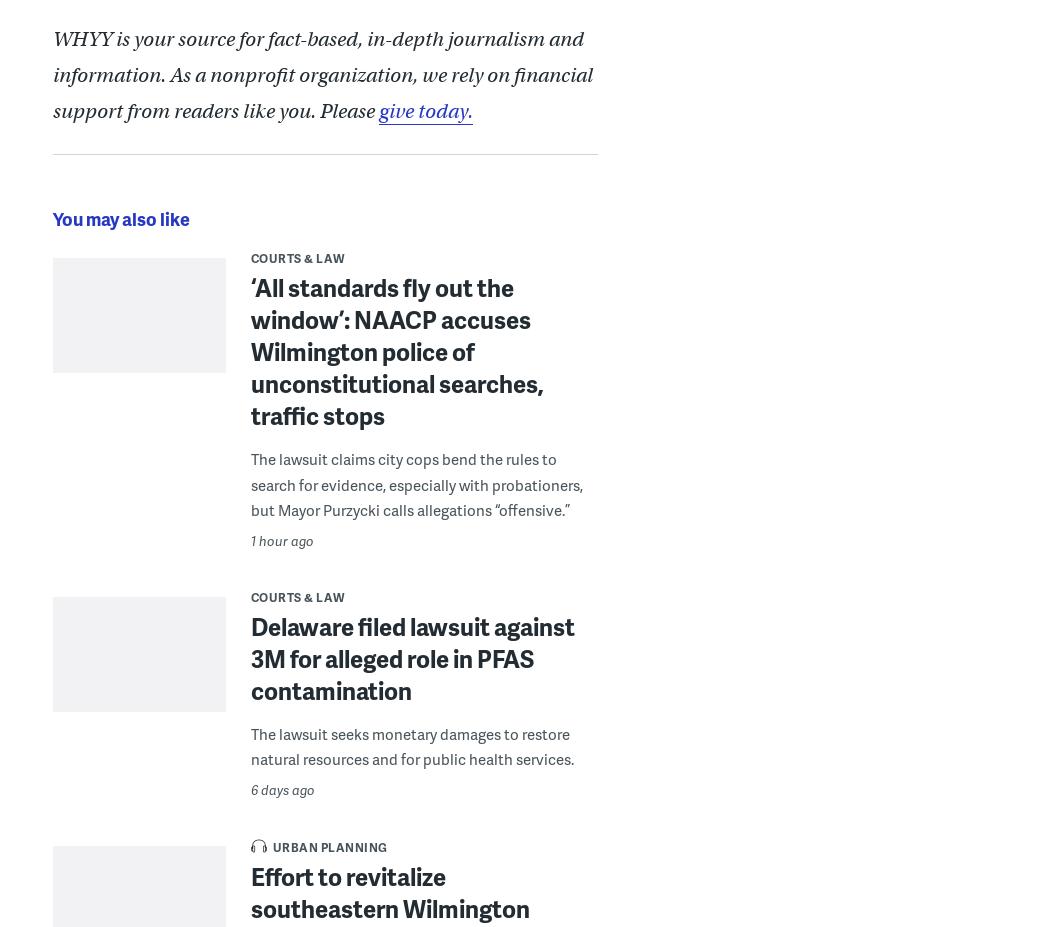  I want to click on 'The lawsuit seeks monetary damages to restore natural resources and for public health services.', so click(250, 744).